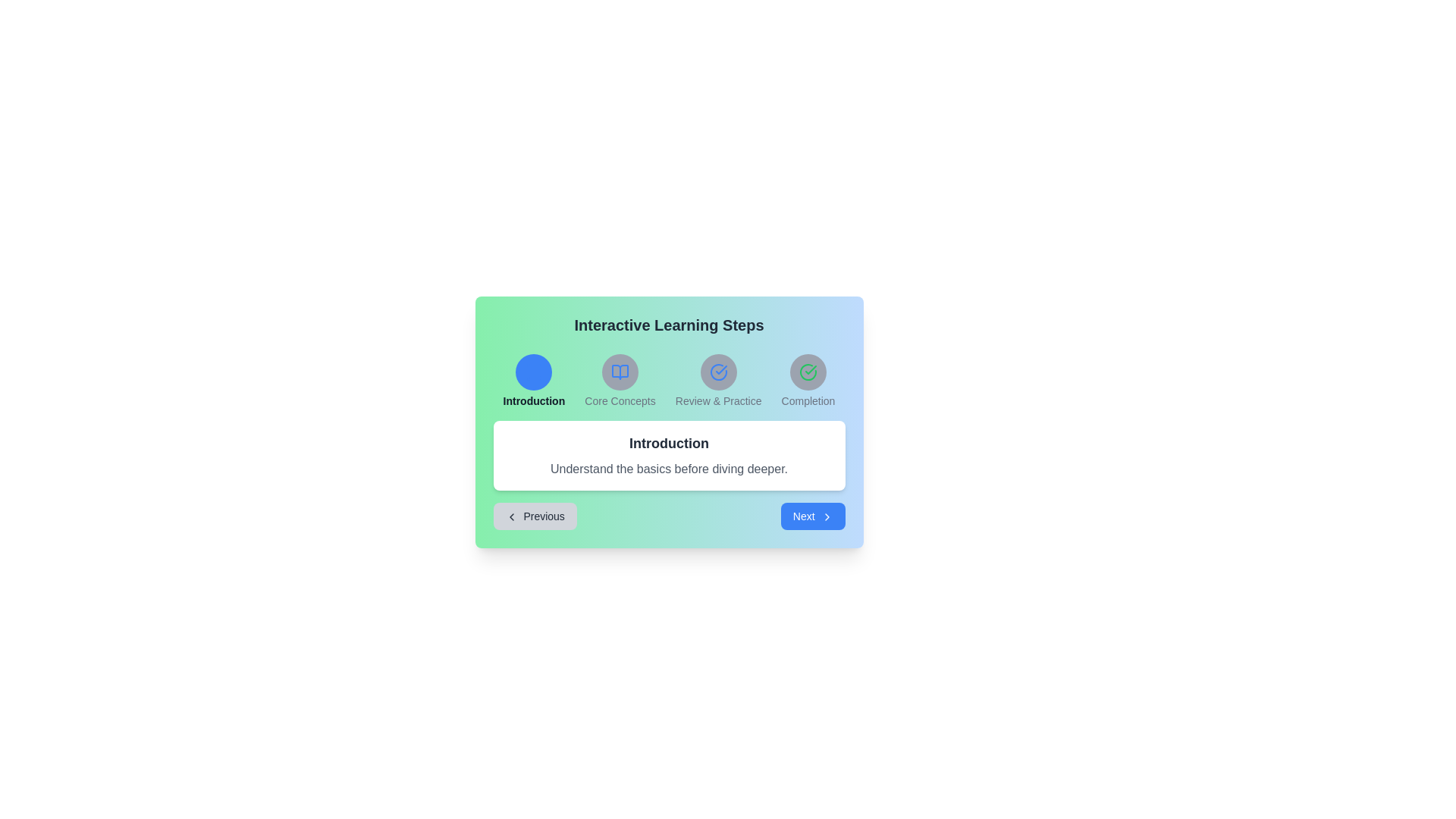 The height and width of the screenshot is (819, 1456). Describe the element at coordinates (620, 380) in the screenshot. I see `the 'Core Concepts' labelled icon component which serves as a navigation indicator in the interactive learning module` at that location.